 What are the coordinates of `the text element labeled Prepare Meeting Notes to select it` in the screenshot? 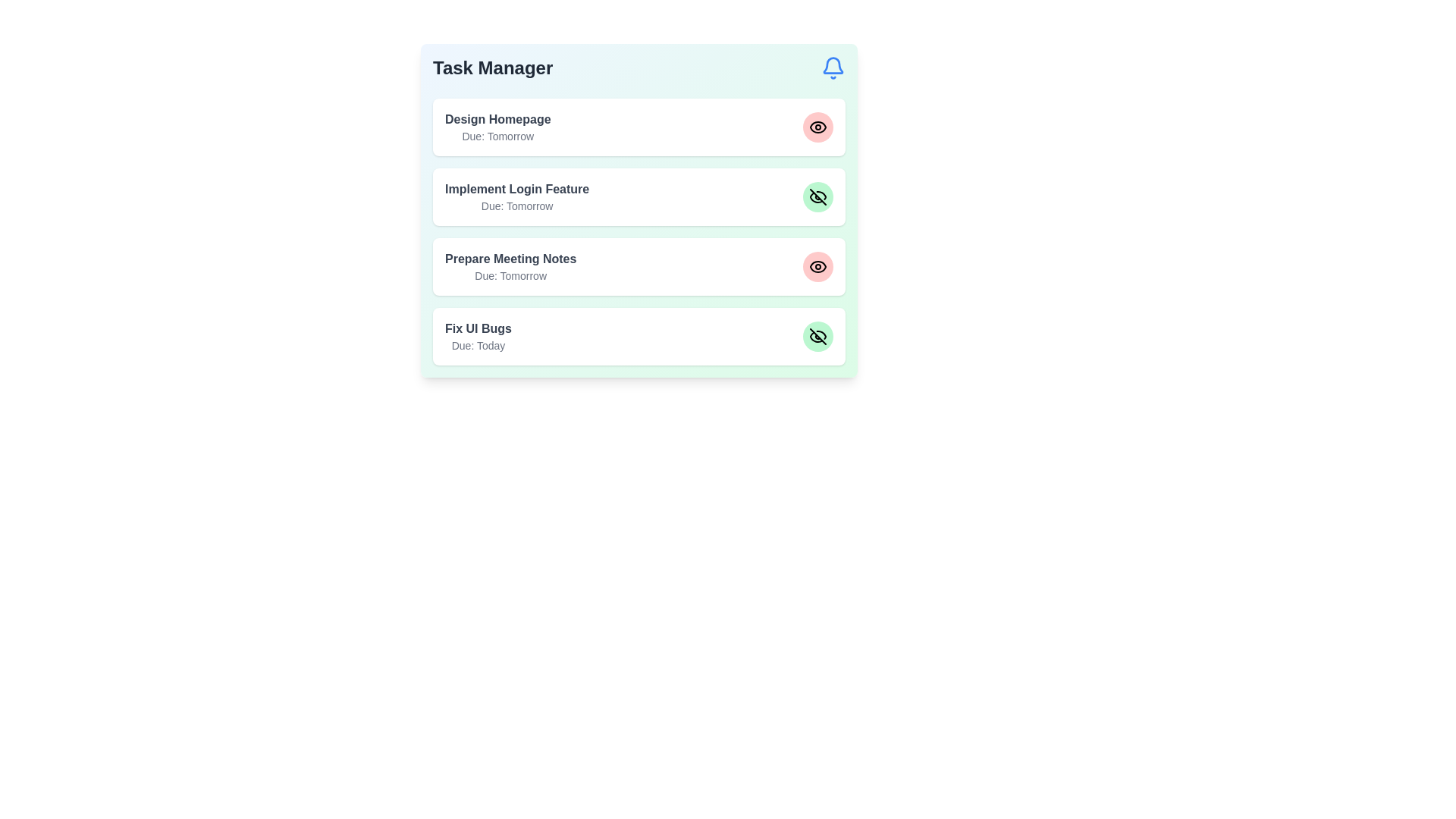 It's located at (510, 259).